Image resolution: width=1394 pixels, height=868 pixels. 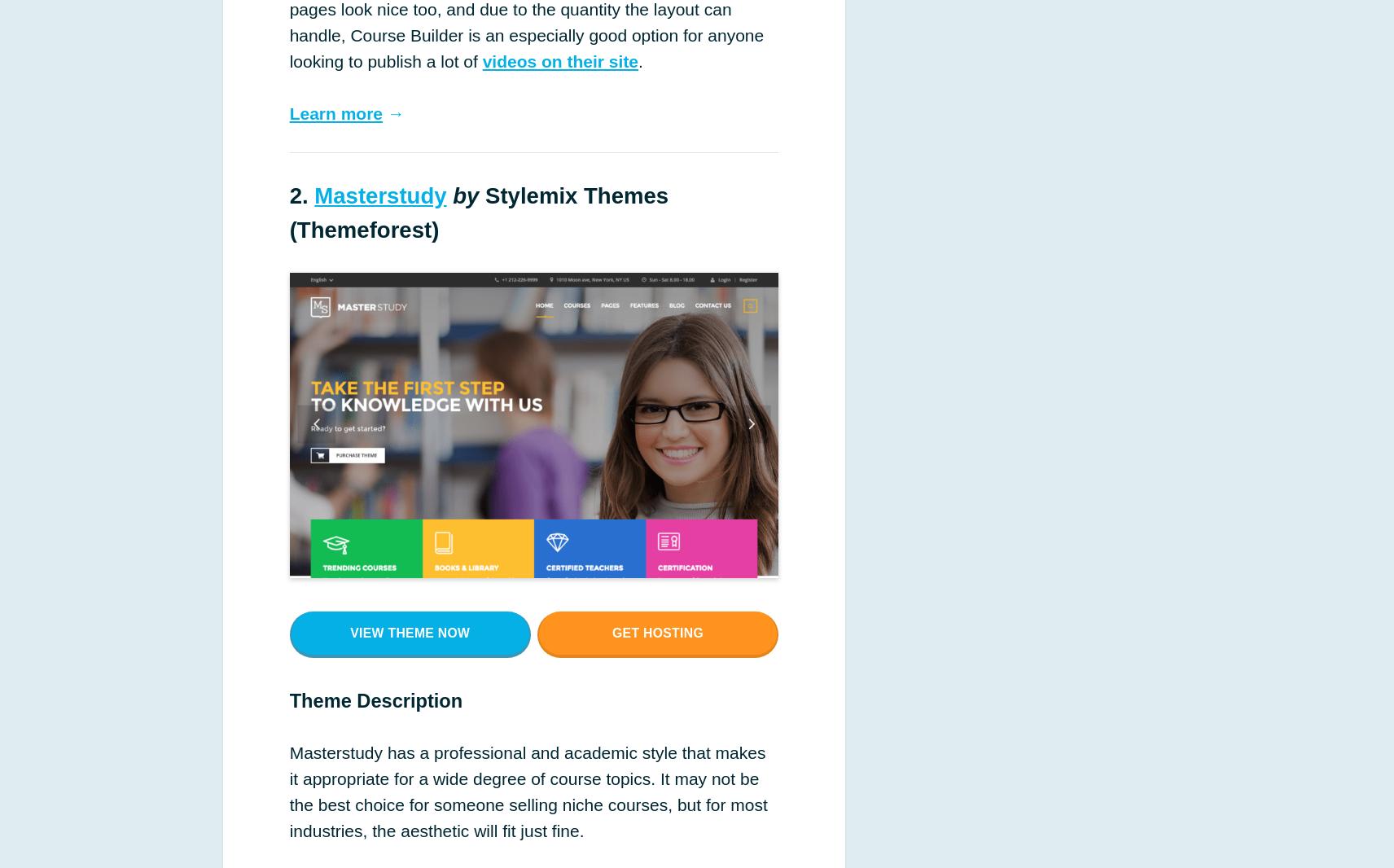 I want to click on '2.', so click(x=289, y=194).